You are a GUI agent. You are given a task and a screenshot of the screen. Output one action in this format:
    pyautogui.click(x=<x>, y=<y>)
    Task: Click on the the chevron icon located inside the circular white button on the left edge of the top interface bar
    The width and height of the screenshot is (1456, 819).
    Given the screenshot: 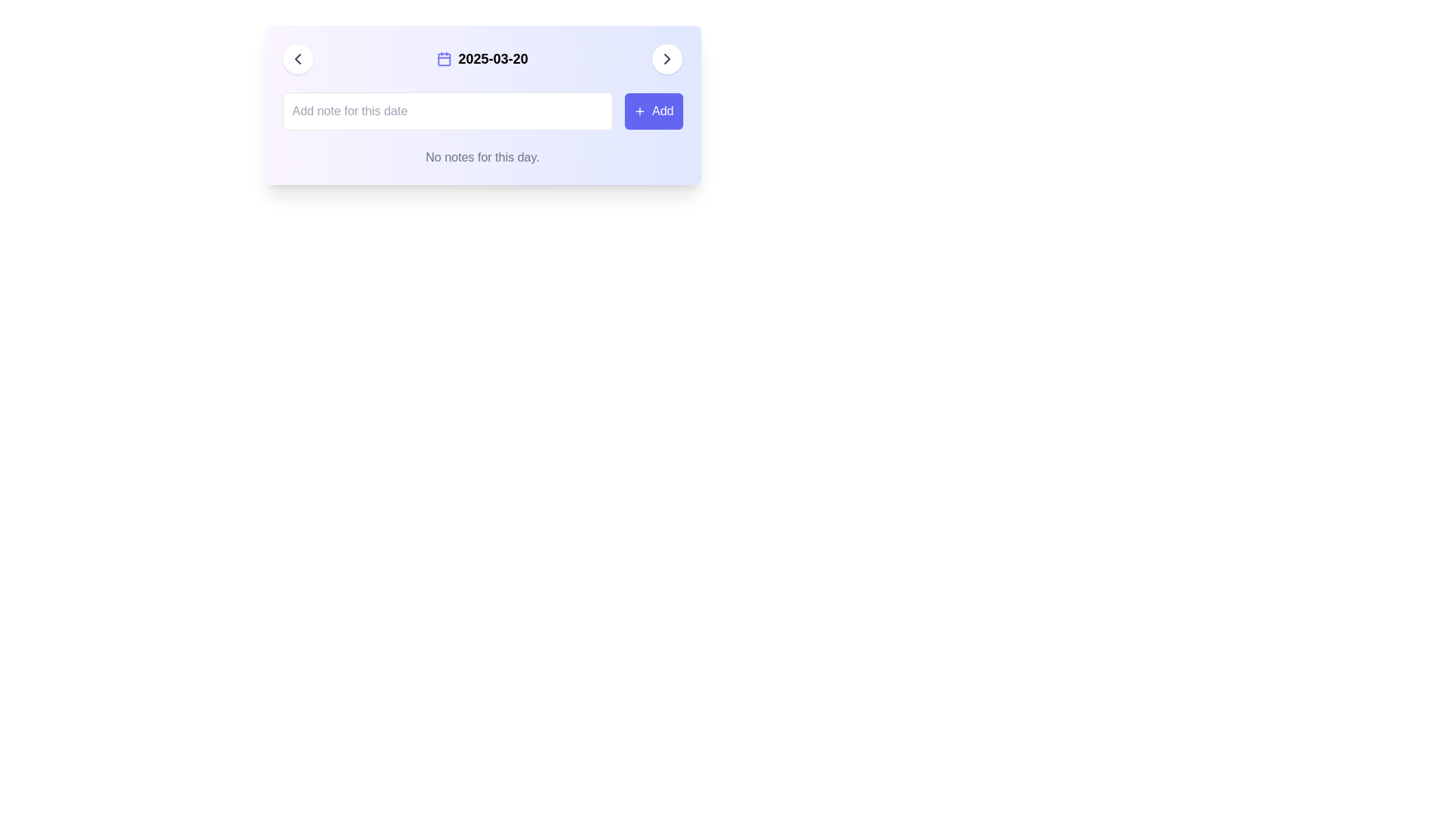 What is the action you would take?
    pyautogui.click(x=297, y=58)
    